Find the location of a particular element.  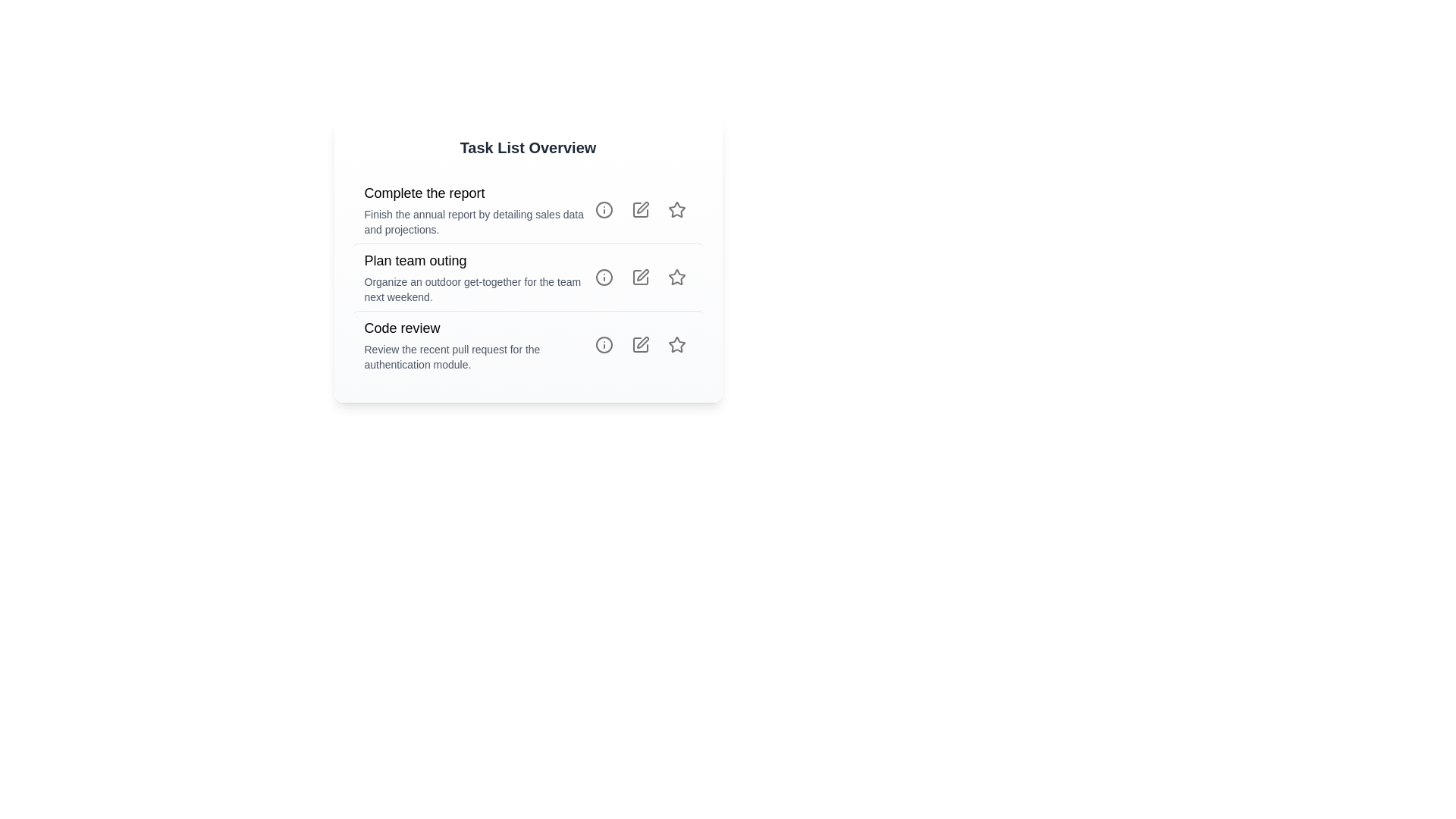

the second star-shaped icon in the task list is located at coordinates (676, 277).